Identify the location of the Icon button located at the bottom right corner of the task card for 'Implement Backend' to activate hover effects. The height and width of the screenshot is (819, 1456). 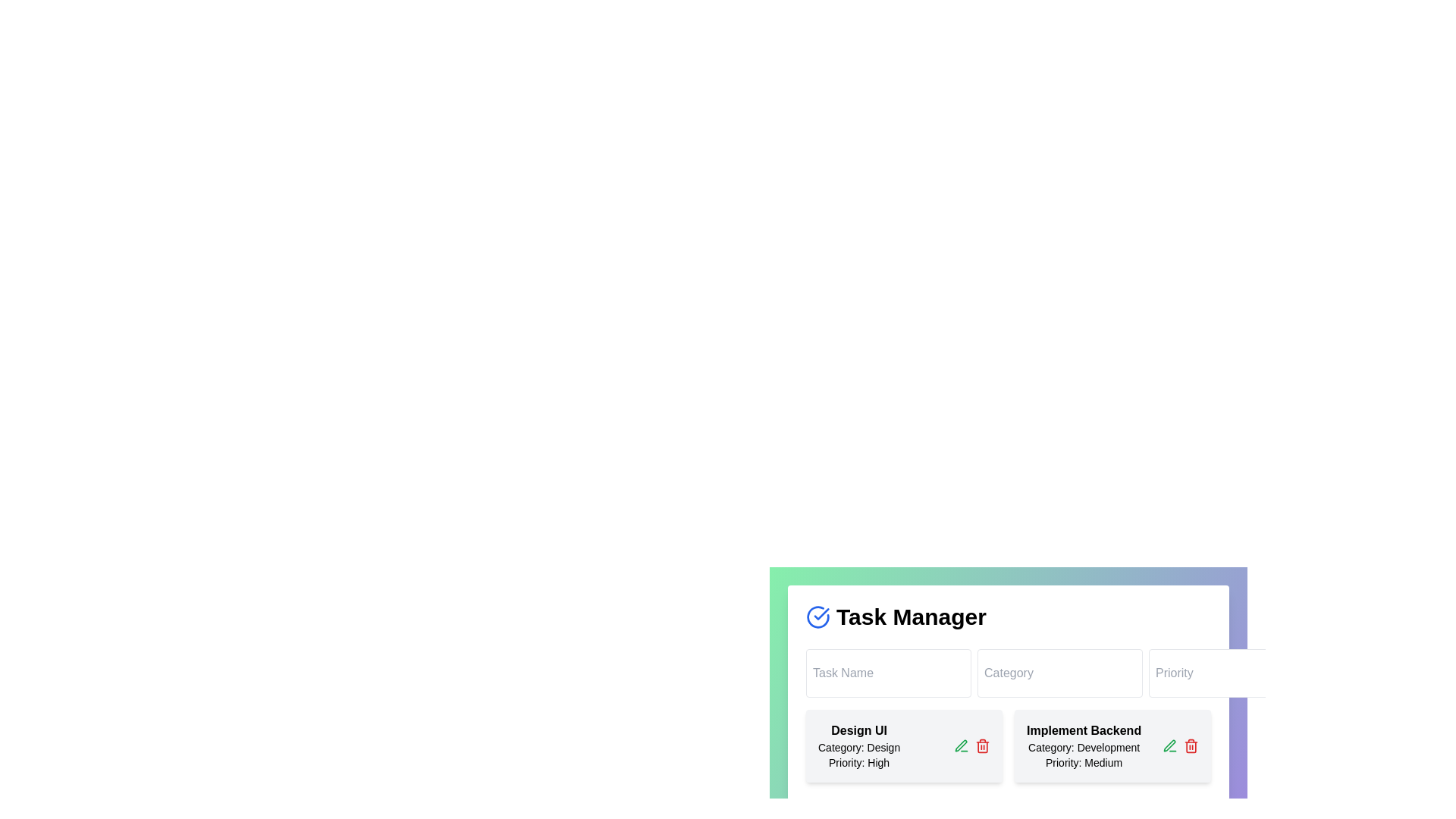
(1169, 745).